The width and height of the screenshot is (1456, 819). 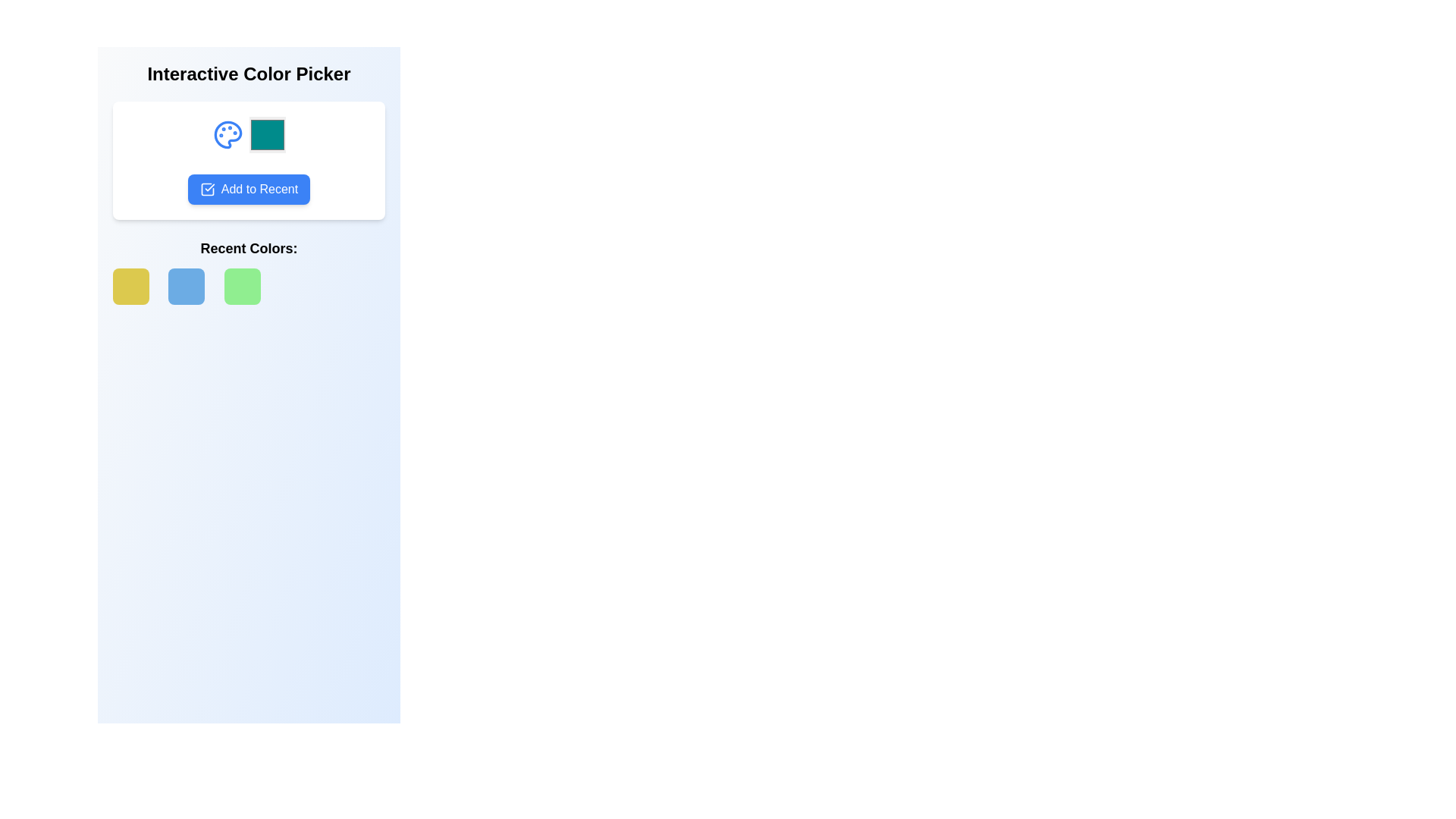 What do you see at coordinates (249, 271) in the screenshot?
I see `the third colored box in the horizontal row beneath 'Recent Colors:'` at bounding box center [249, 271].